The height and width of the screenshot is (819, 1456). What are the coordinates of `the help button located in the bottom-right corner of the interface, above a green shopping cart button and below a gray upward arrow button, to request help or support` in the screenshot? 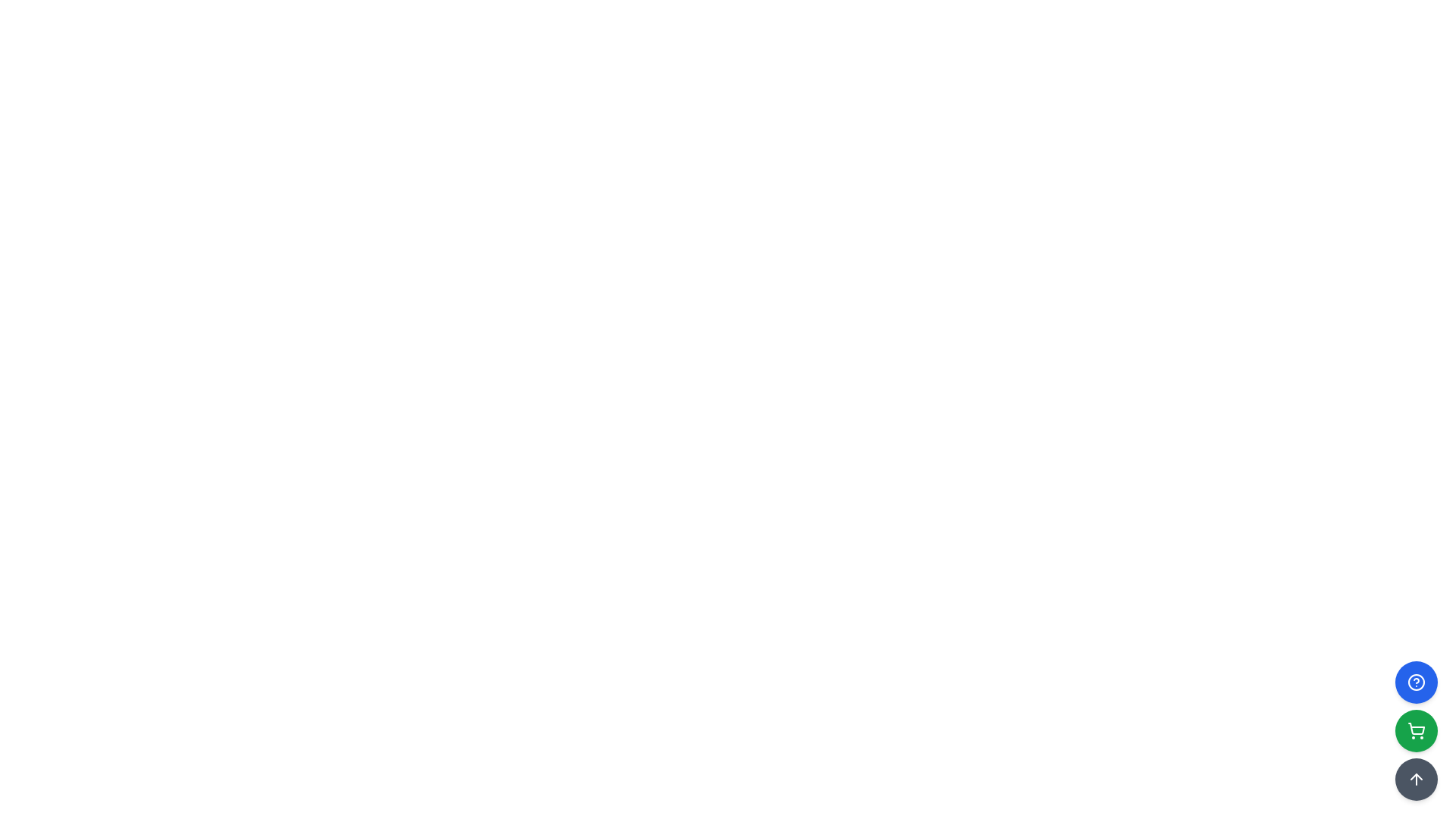 It's located at (1415, 681).